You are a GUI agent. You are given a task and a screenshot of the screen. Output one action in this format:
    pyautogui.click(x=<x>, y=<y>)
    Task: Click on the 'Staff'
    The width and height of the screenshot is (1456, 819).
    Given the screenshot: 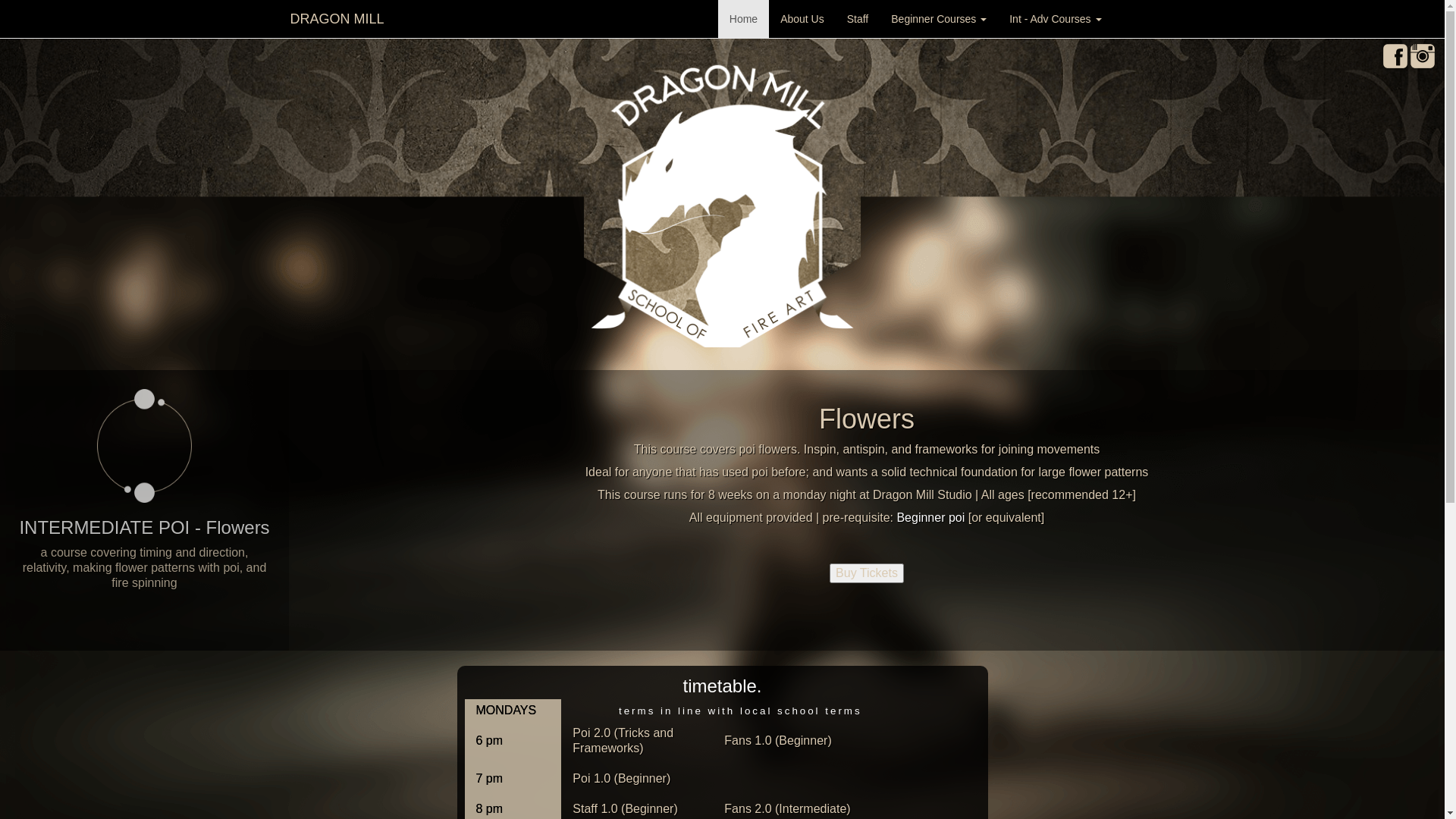 What is the action you would take?
    pyautogui.click(x=858, y=18)
    